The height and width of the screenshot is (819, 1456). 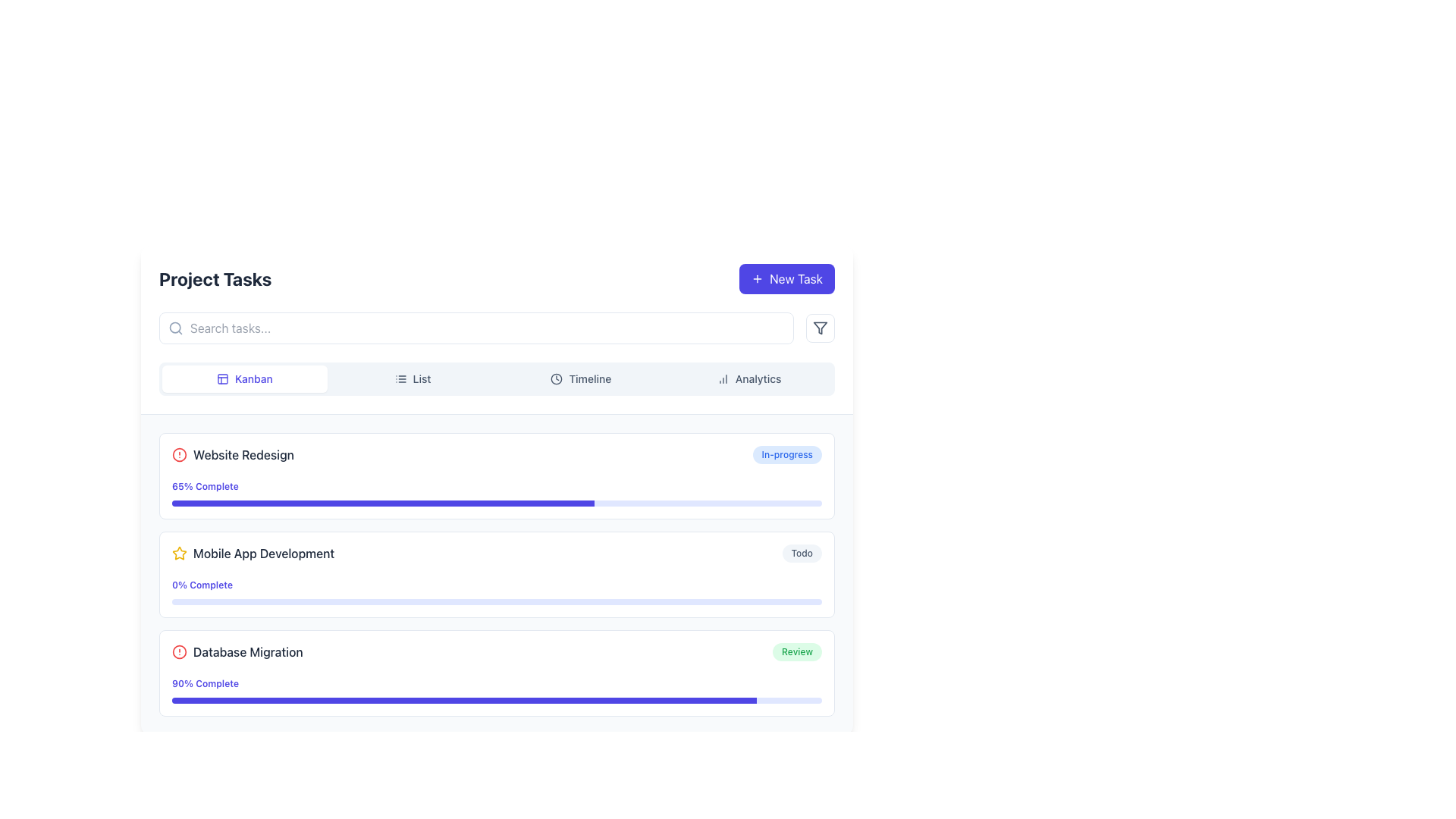 What do you see at coordinates (497, 489) in the screenshot?
I see `the progress bar representing 65% completion of the 'Website Redesign' task to interact with it if functionality exists` at bounding box center [497, 489].